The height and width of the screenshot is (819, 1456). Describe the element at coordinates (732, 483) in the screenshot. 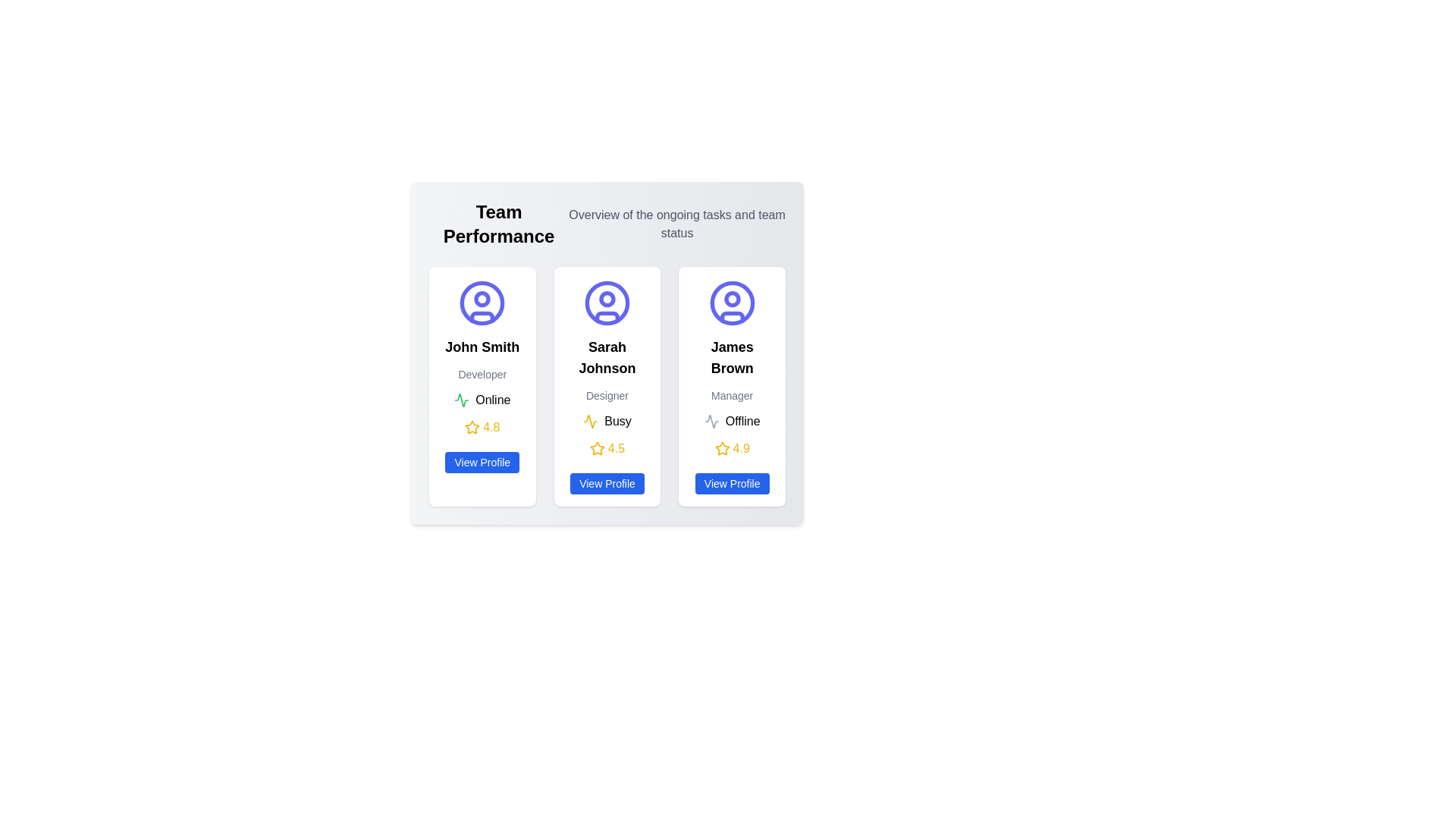

I see `the 'View Profile' button, which is a rounded rectangular button with white text on a blue background, located at the bottom of the card for 'James Brown'` at that location.